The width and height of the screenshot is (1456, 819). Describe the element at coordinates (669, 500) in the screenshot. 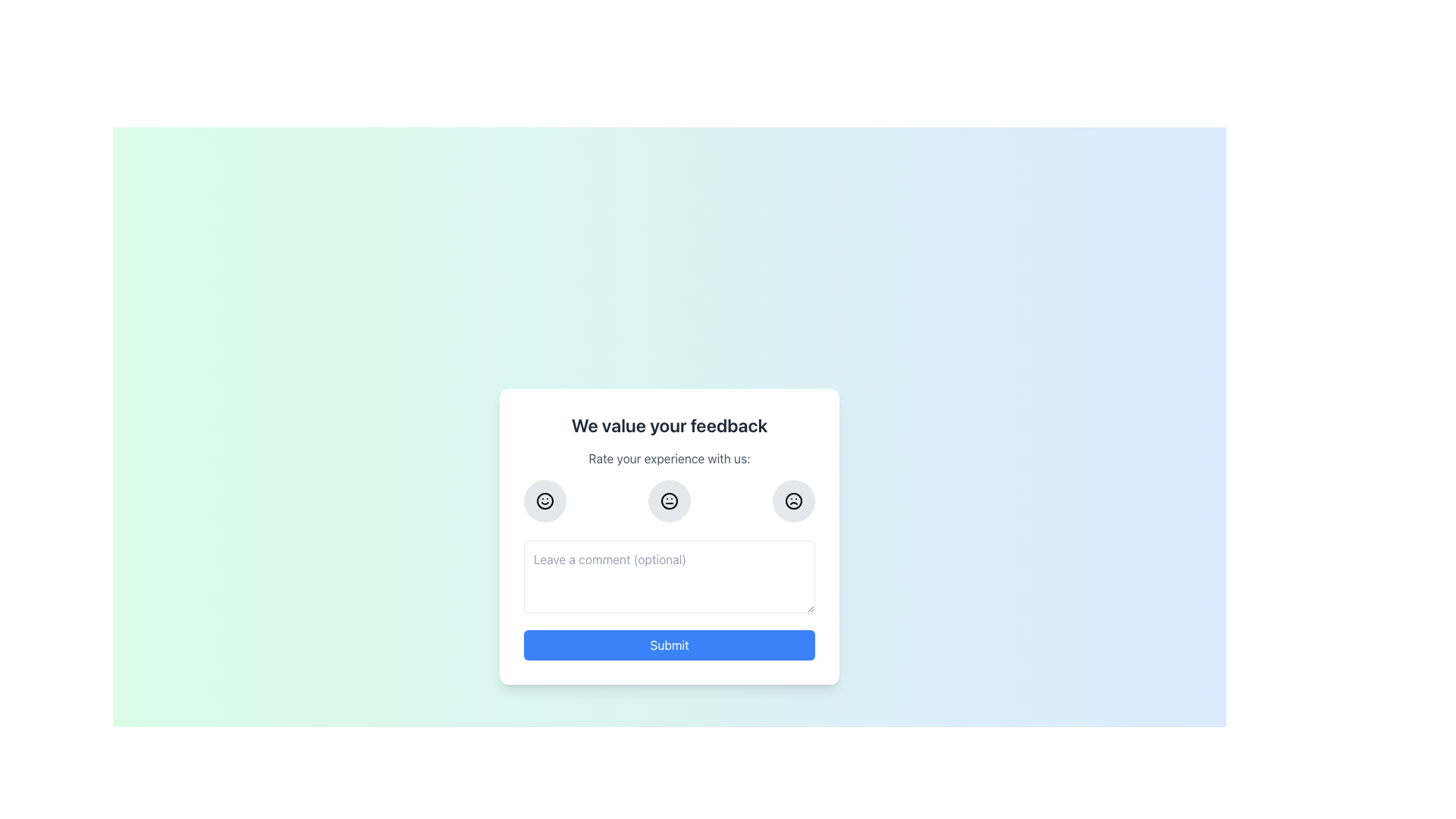

I see `the circular button with a neutral face icon, located in the center of a row of three buttons` at that location.